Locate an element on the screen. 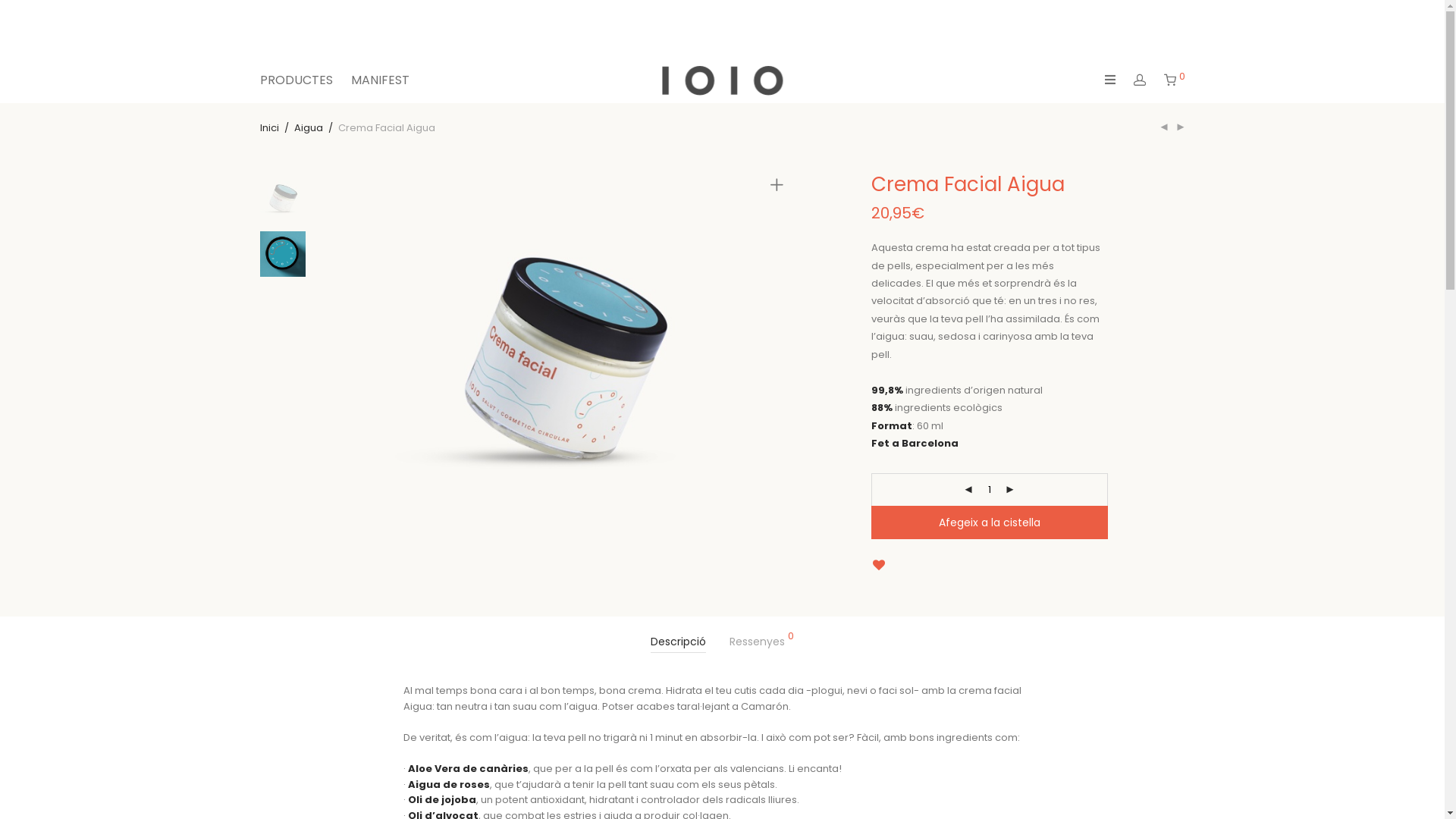  'Aigua' is located at coordinates (308, 127).